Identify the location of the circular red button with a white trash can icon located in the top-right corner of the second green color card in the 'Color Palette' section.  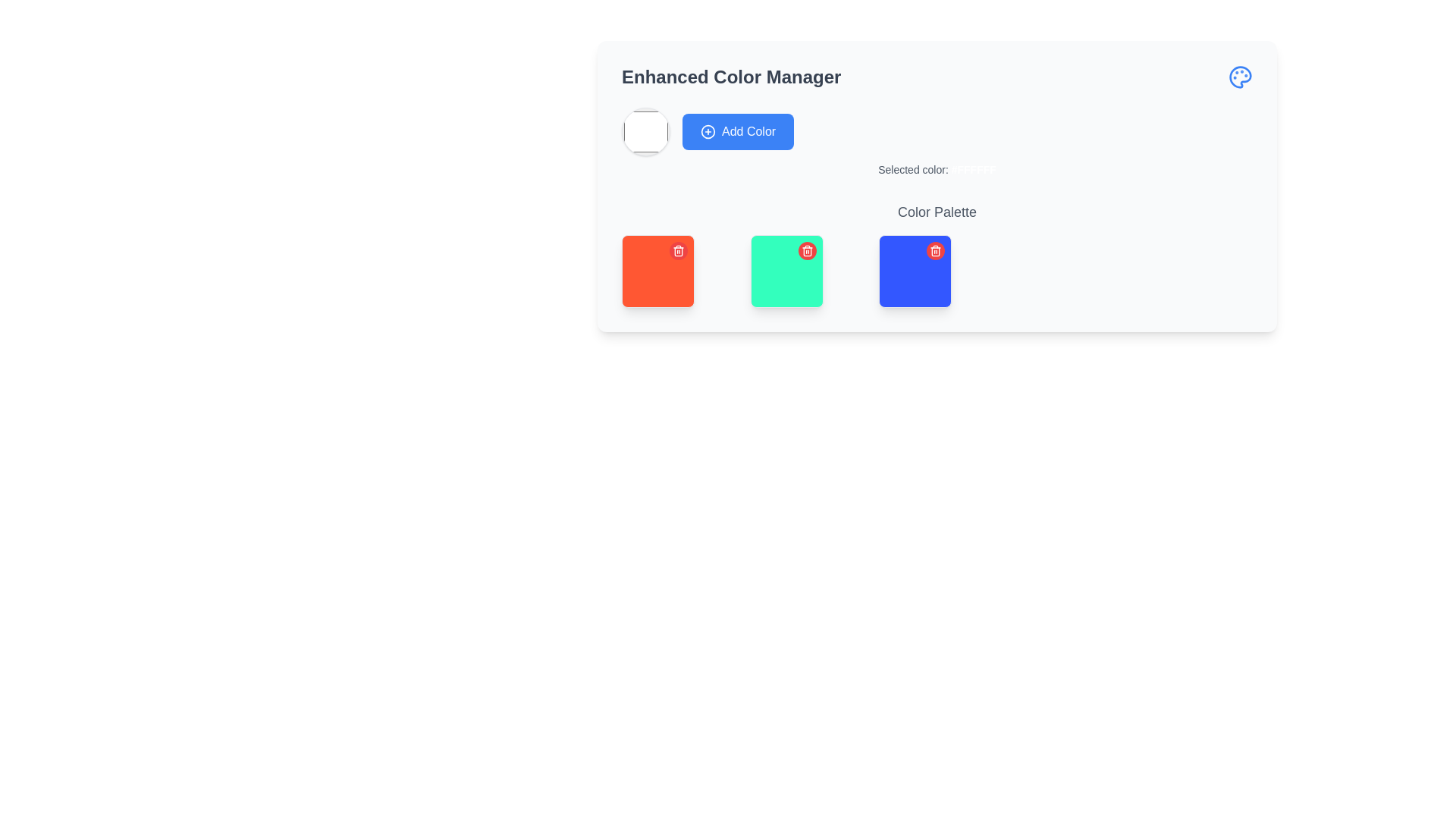
(806, 250).